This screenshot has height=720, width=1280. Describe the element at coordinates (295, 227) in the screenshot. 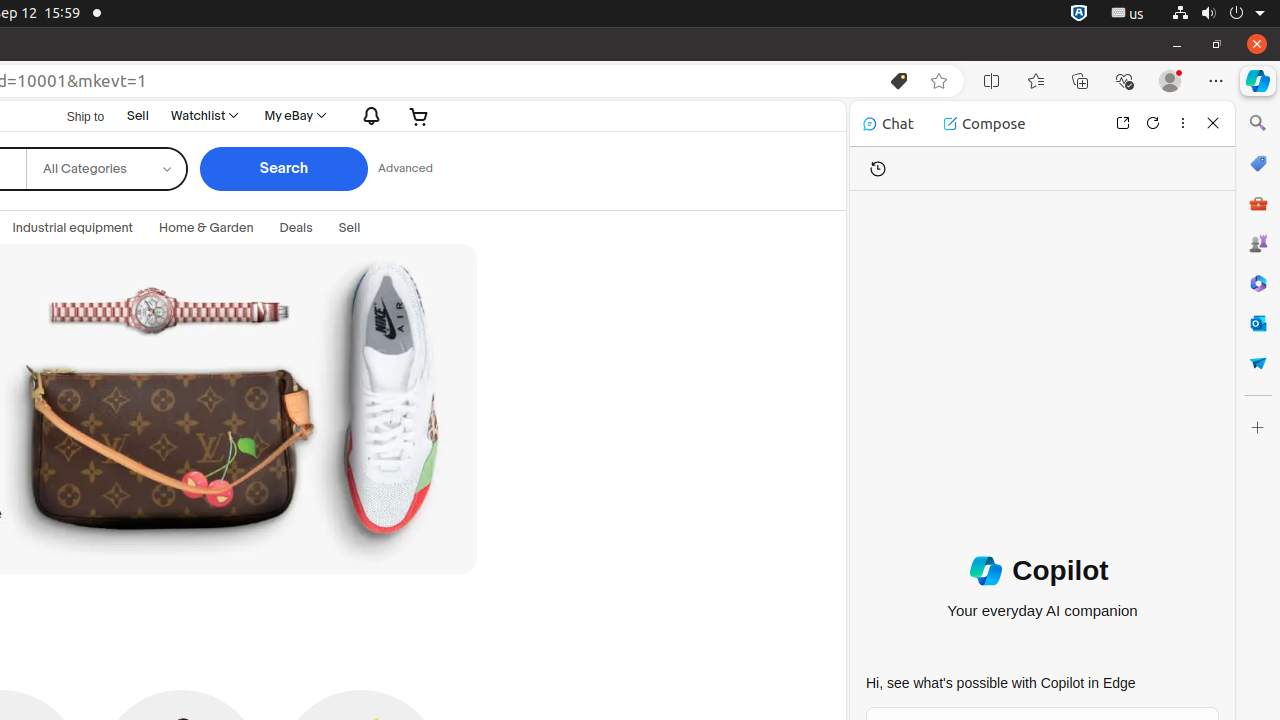

I see `'Deals'` at that location.